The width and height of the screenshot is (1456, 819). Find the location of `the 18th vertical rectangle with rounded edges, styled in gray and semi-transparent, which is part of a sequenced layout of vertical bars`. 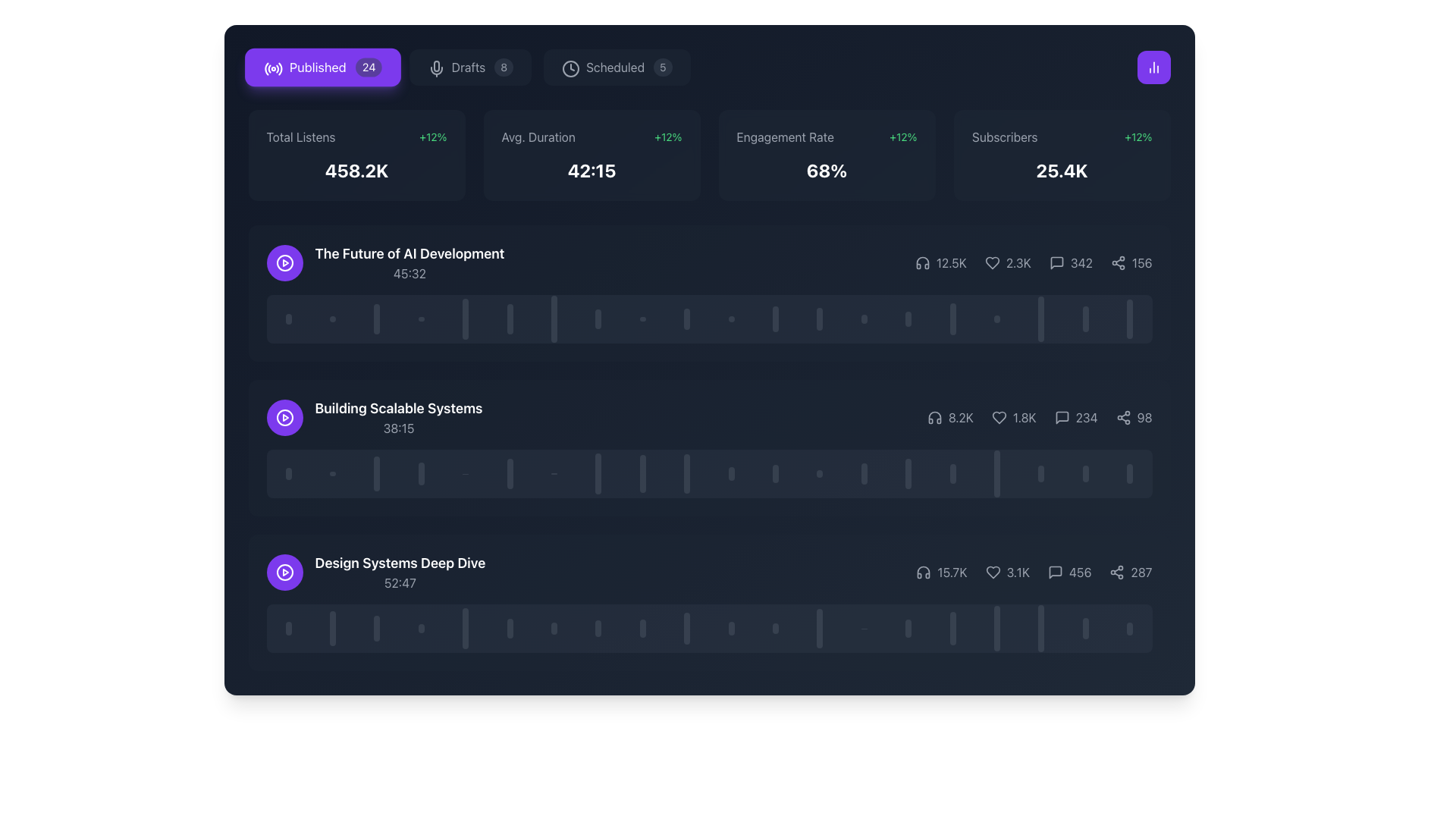

the 18th vertical rectangle with rounded edges, styled in gray and semi-transparent, which is part of a sequenced layout of vertical bars is located at coordinates (1040, 472).